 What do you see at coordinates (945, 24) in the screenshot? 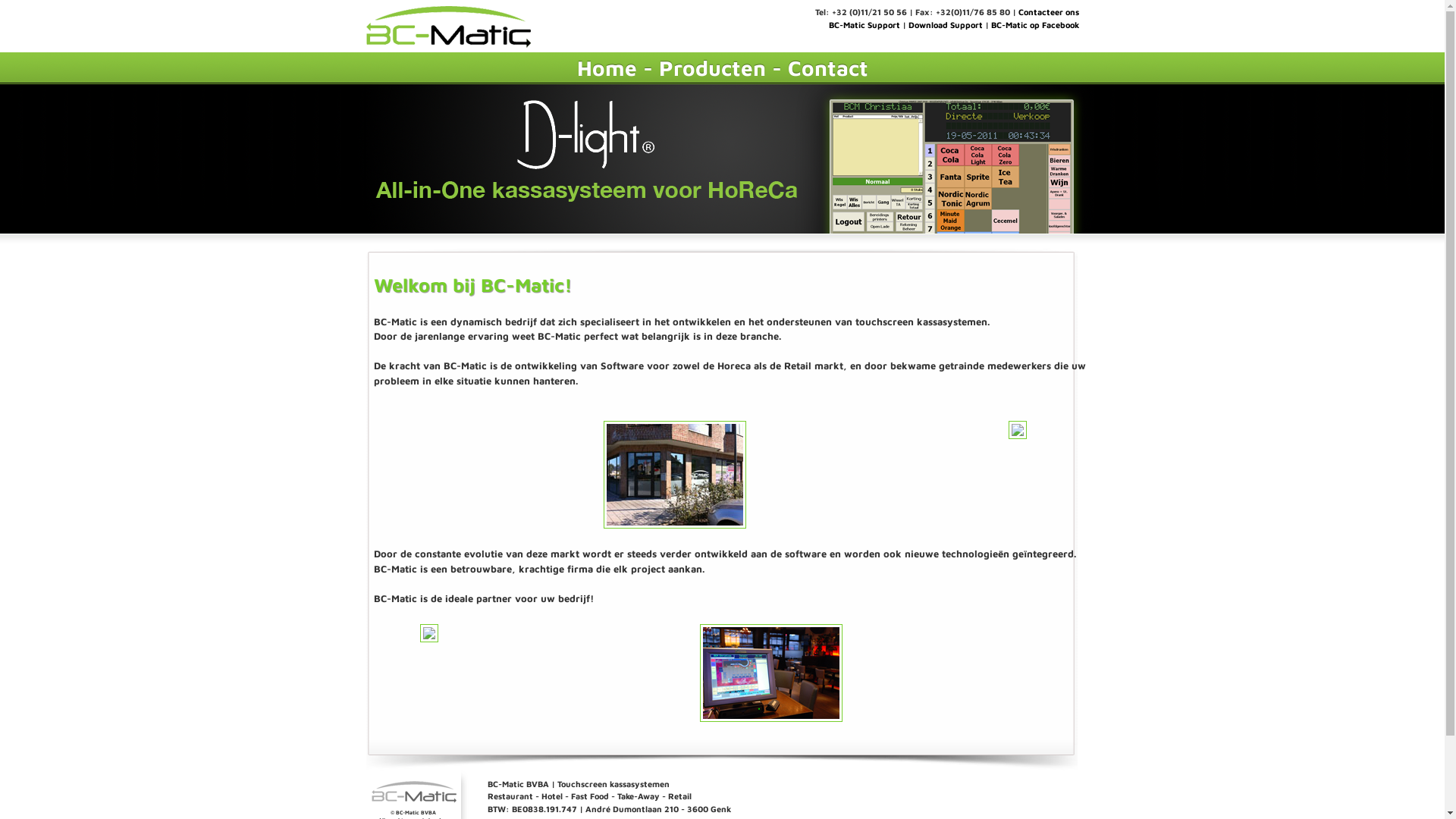
I see `'Download Support'` at bounding box center [945, 24].